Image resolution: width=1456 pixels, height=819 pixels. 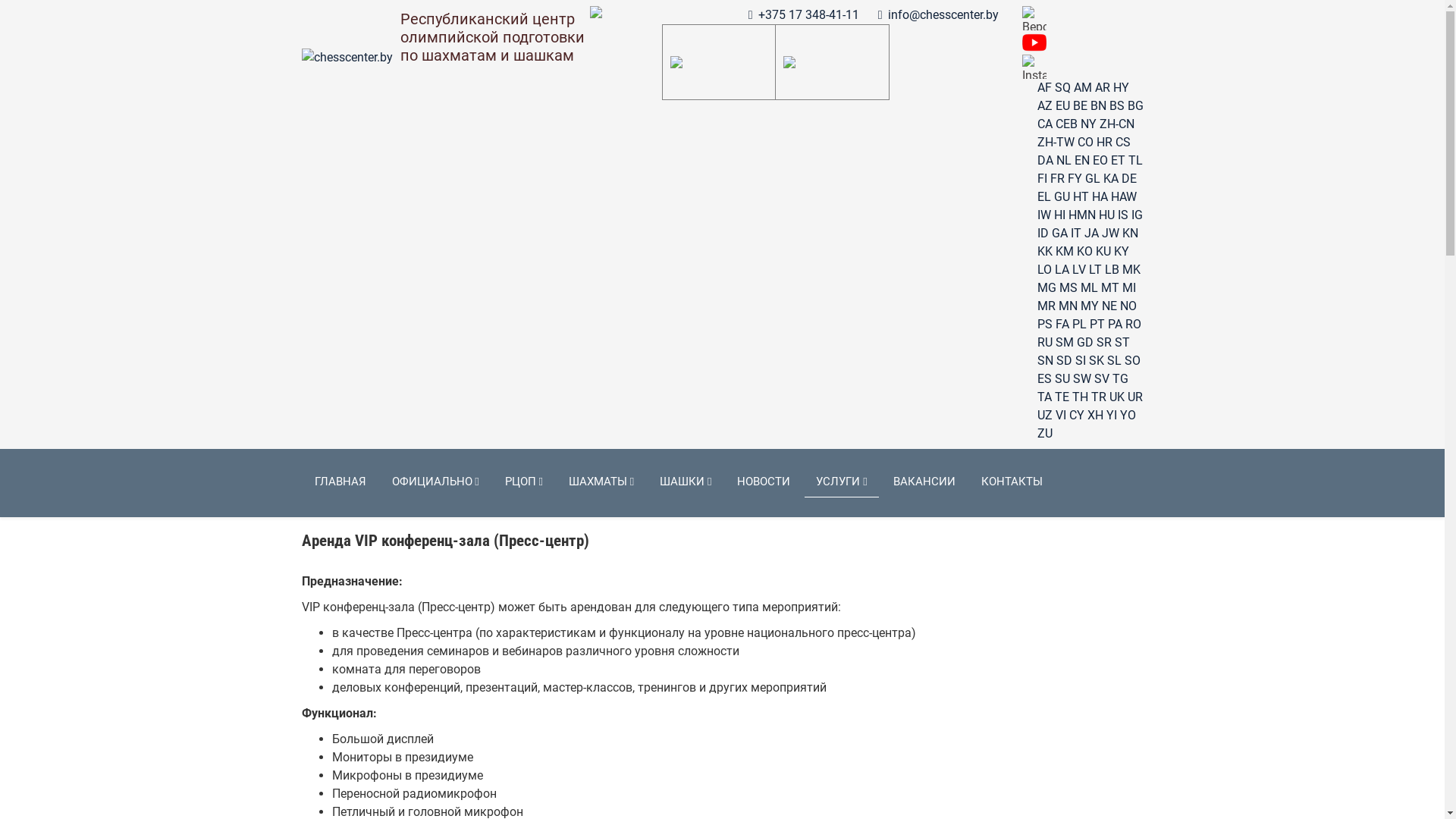 What do you see at coordinates (1074, 360) in the screenshot?
I see `'SI'` at bounding box center [1074, 360].